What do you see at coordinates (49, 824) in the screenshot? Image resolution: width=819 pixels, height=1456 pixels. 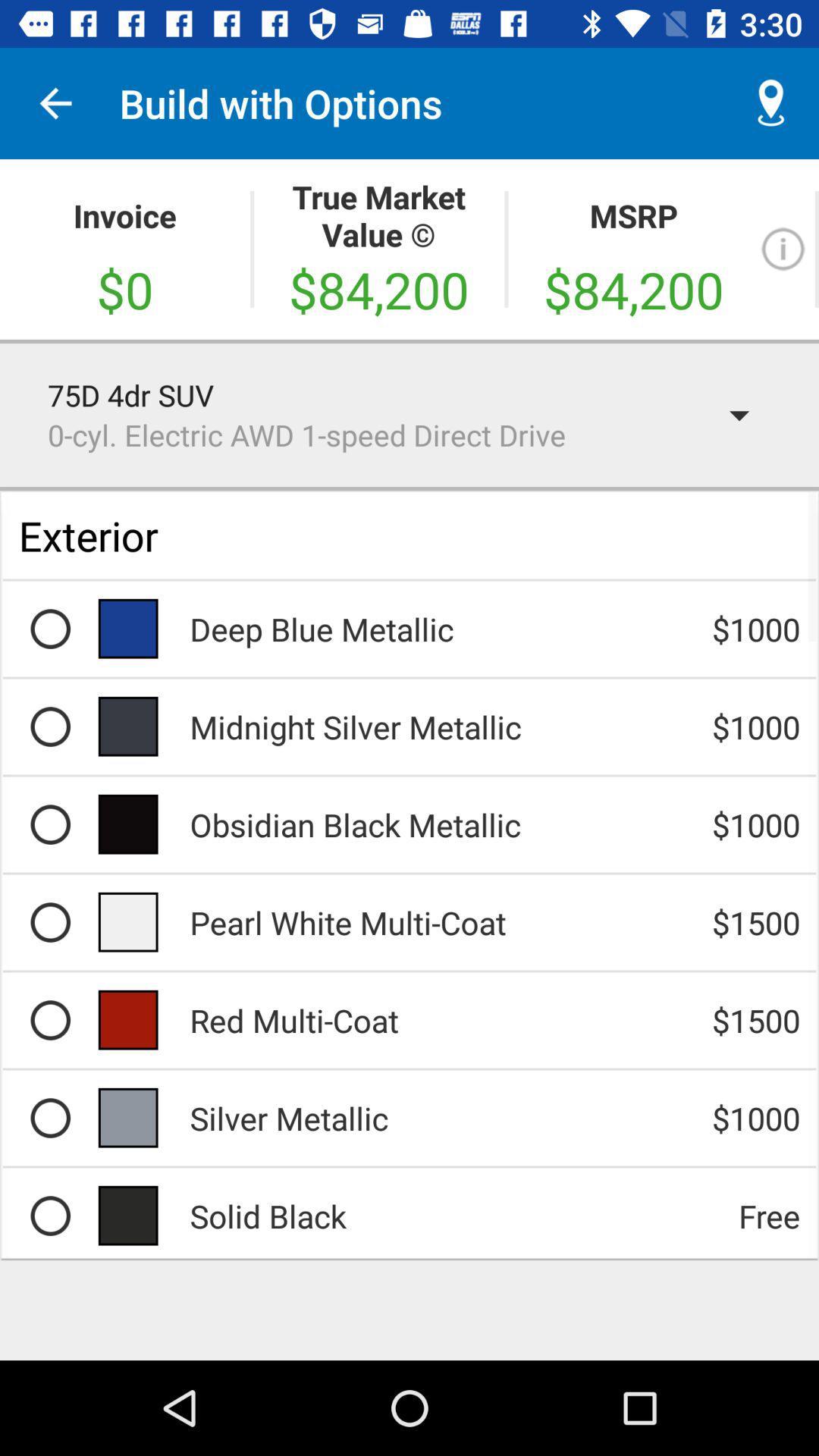 I see `choose obsidian black mettalic` at bounding box center [49, 824].